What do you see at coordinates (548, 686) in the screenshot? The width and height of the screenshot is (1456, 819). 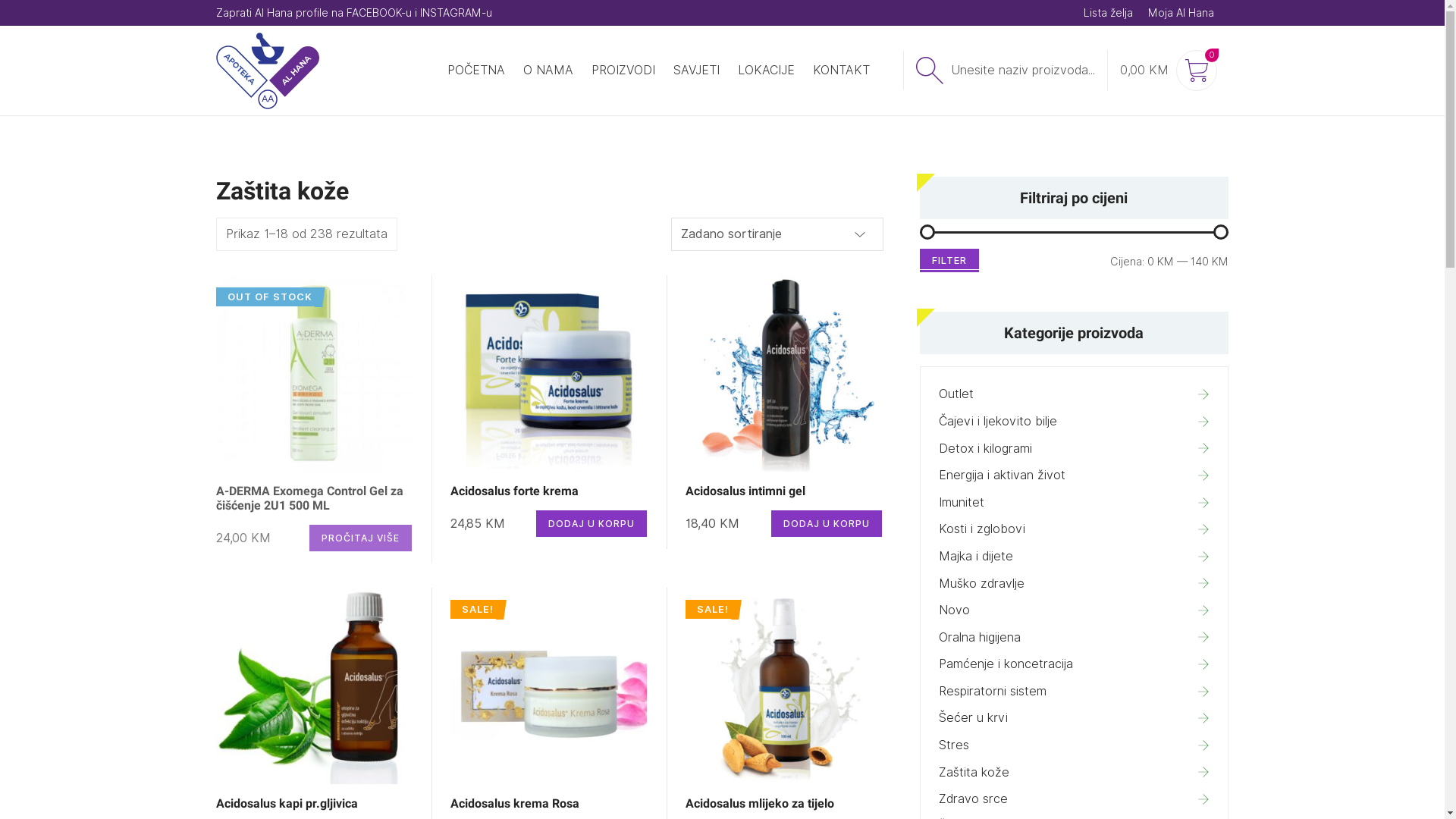 I see `'SALE!'` at bounding box center [548, 686].